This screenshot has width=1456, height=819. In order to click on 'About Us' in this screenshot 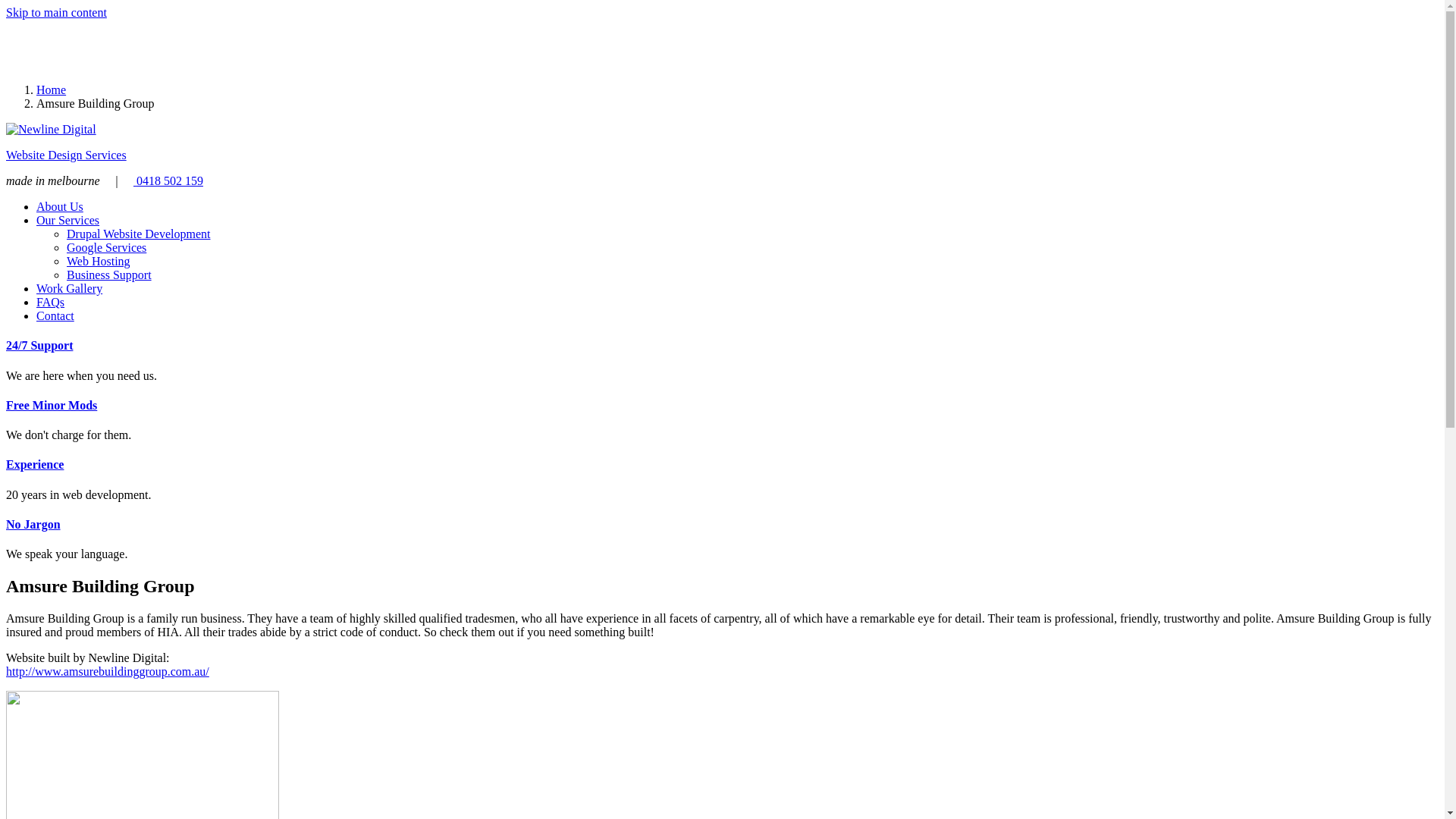, I will do `click(59, 206)`.